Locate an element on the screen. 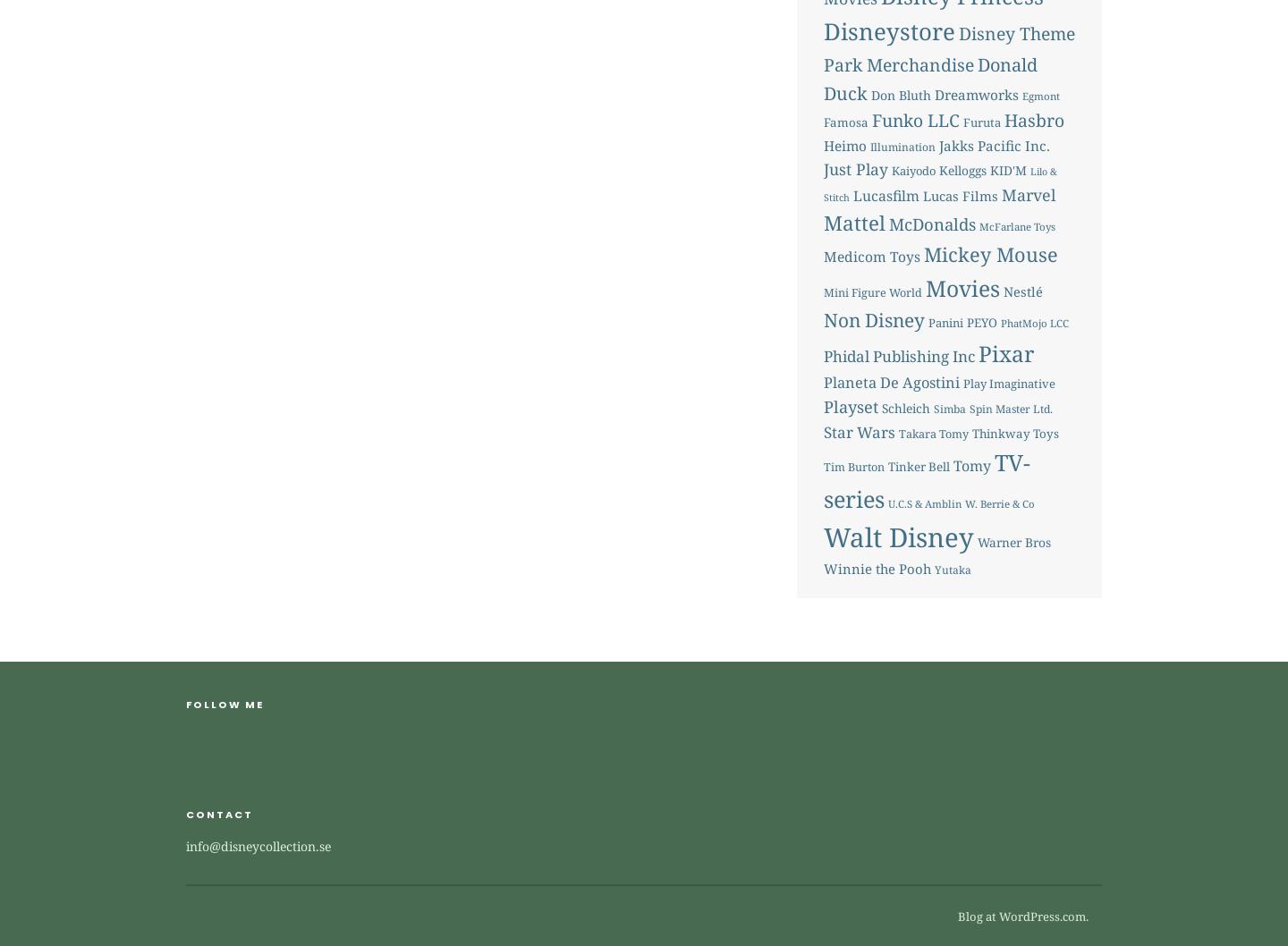 The height and width of the screenshot is (946, 1288). 'Star Wars' is located at coordinates (859, 430).